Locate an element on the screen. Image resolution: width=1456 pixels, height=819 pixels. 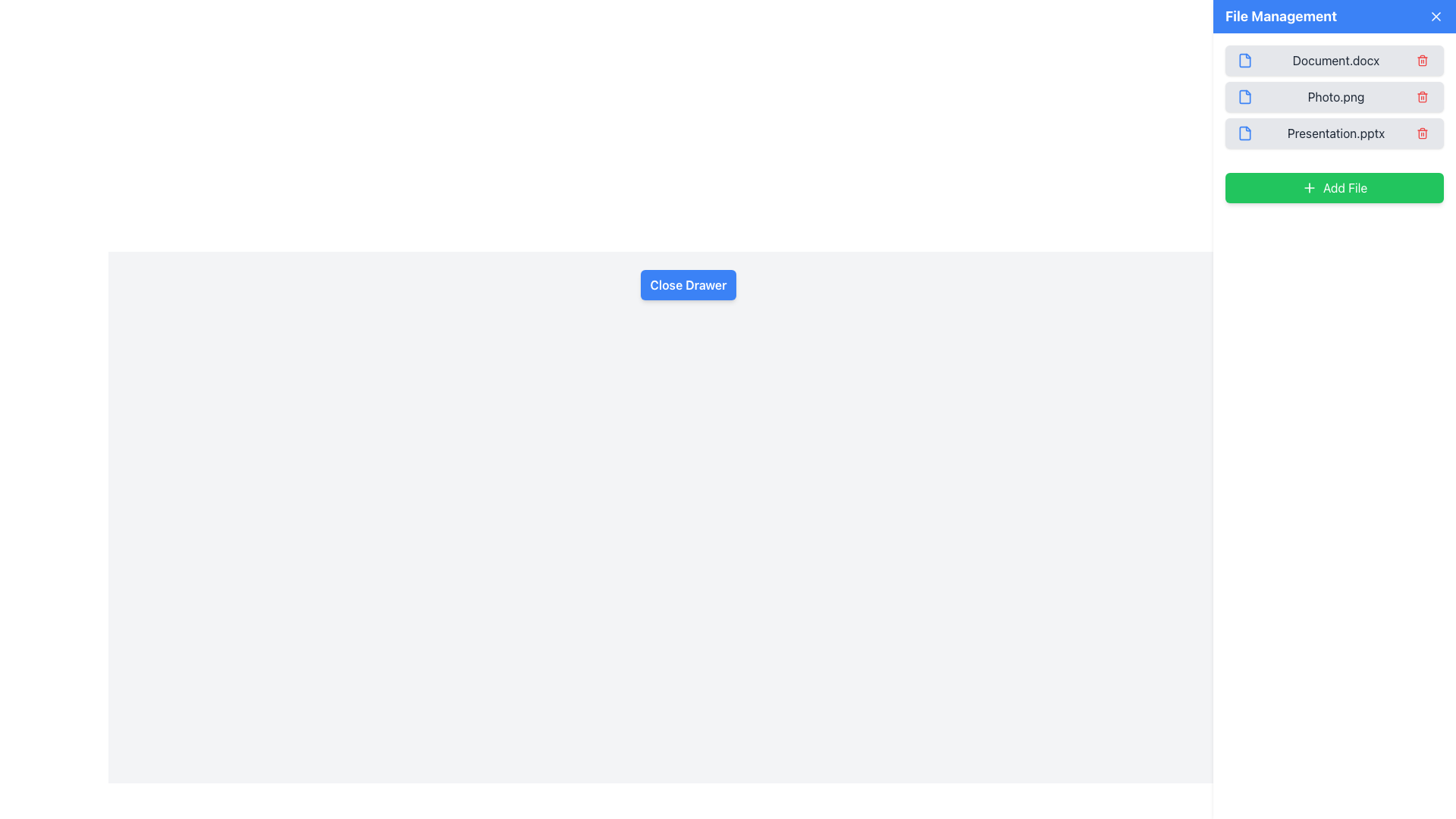
the blue file document icon located to the left of the text 'Photo.png' is located at coordinates (1244, 96).